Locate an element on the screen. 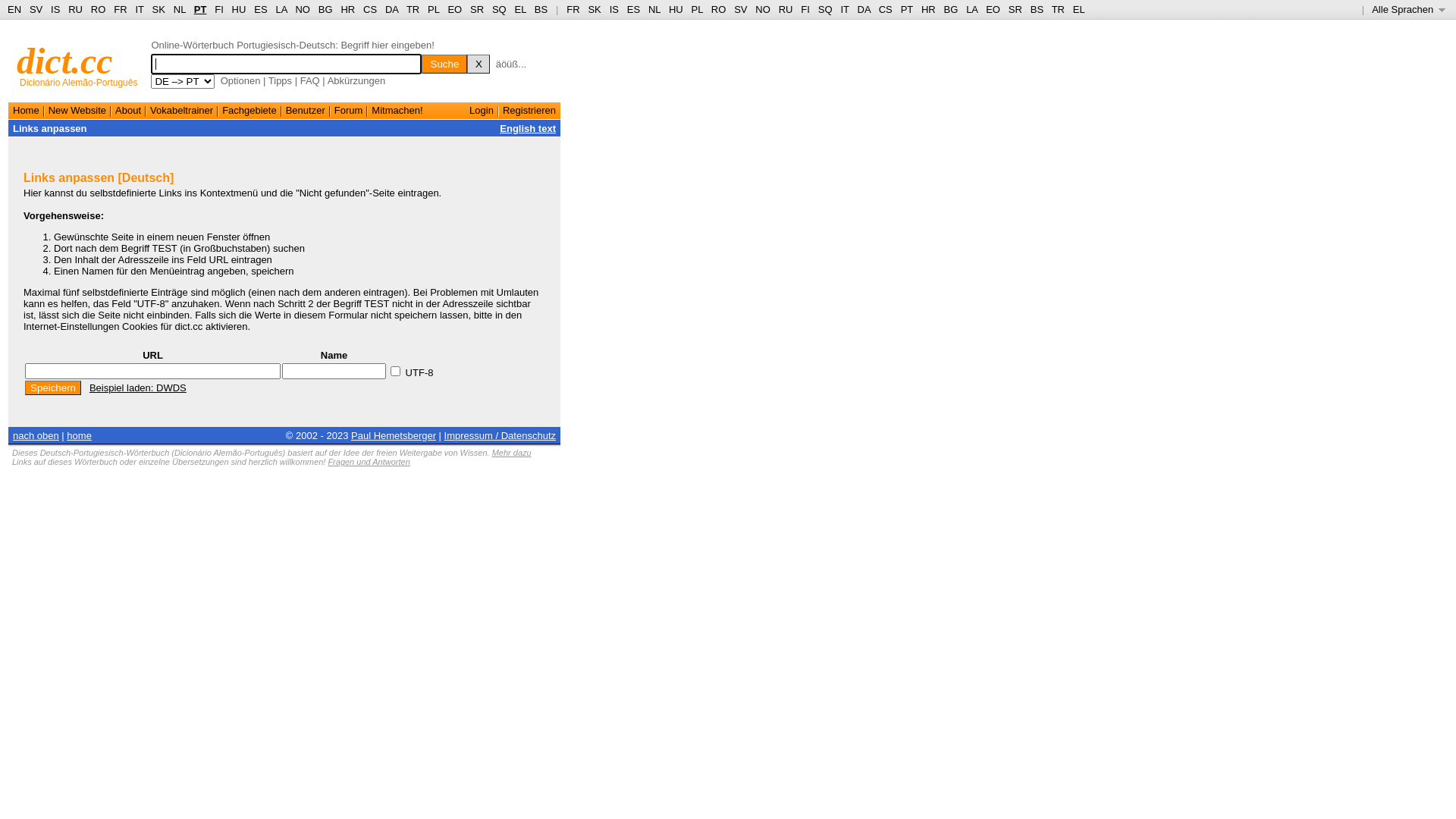 The image size is (1456, 819). 'SV' is located at coordinates (740, 9).